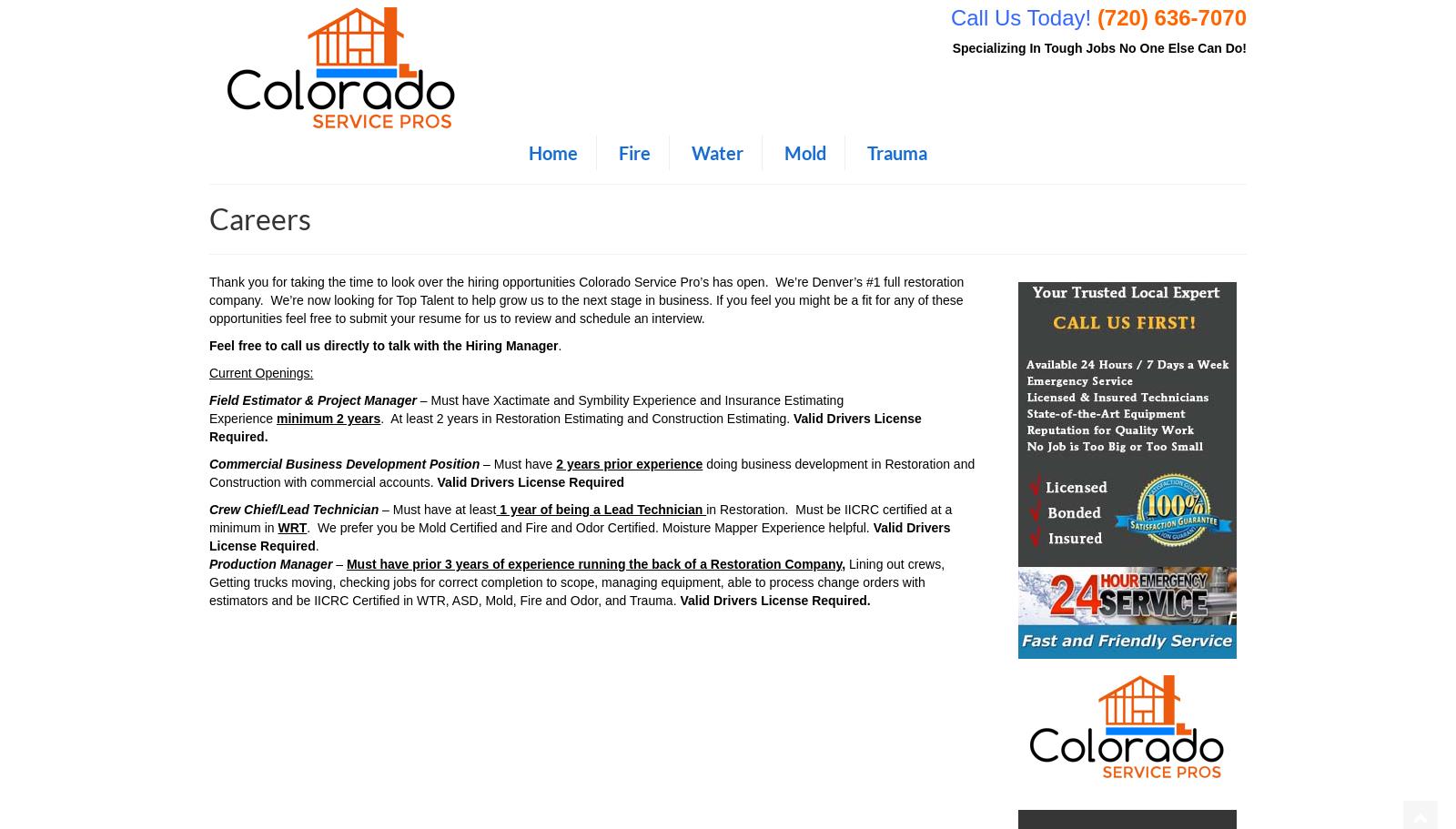 The image size is (1456, 829). Describe the element at coordinates (358, 417) in the screenshot. I see `'2 years'` at that location.